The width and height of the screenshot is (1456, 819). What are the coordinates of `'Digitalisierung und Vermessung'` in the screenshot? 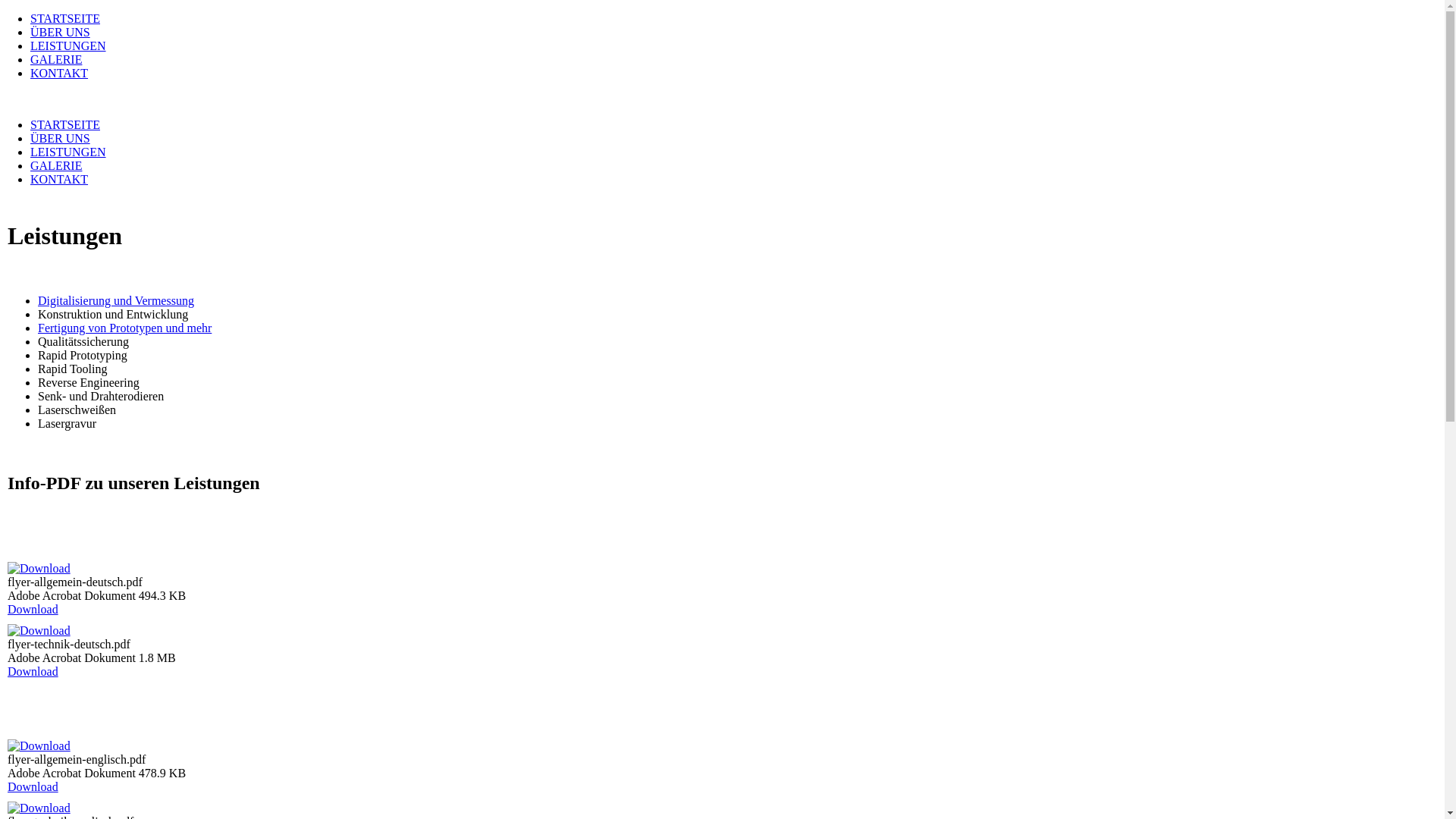 It's located at (115, 300).